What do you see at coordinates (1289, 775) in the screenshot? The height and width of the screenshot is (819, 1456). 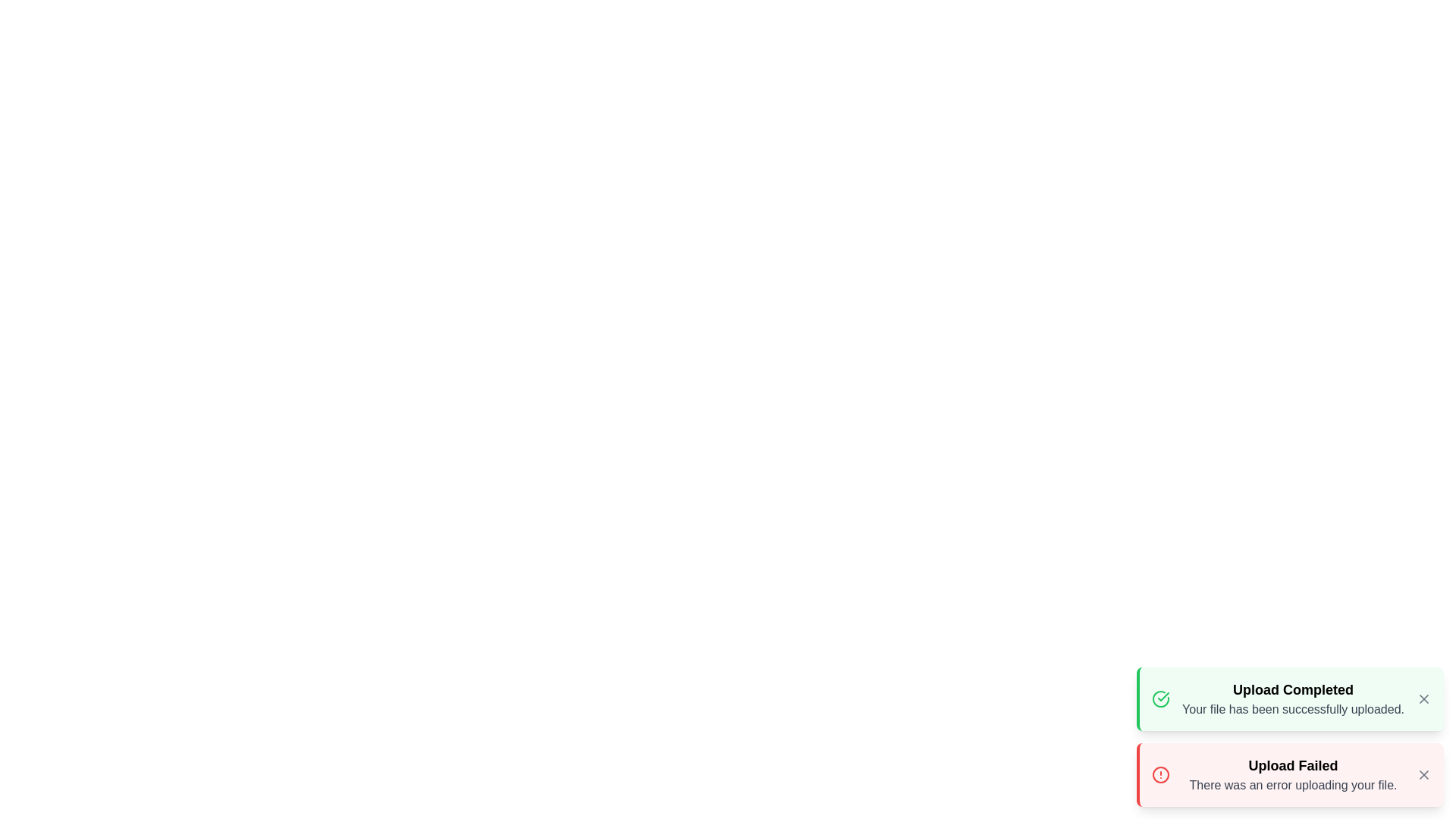 I see `the notification box displaying 'Upload Failed' to analyze its styling details` at bounding box center [1289, 775].